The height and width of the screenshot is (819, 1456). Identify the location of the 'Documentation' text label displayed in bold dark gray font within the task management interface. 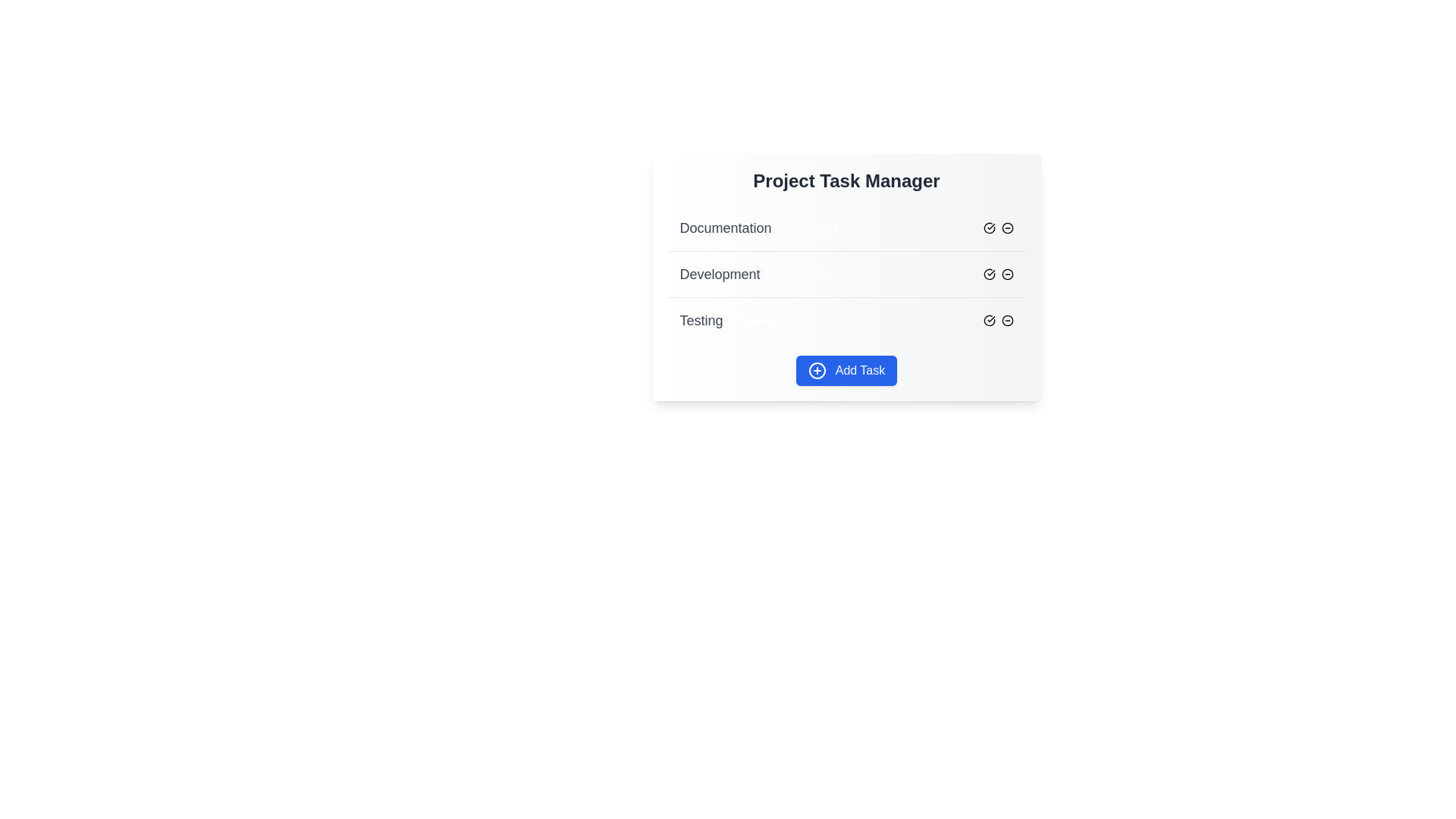
(725, 227).